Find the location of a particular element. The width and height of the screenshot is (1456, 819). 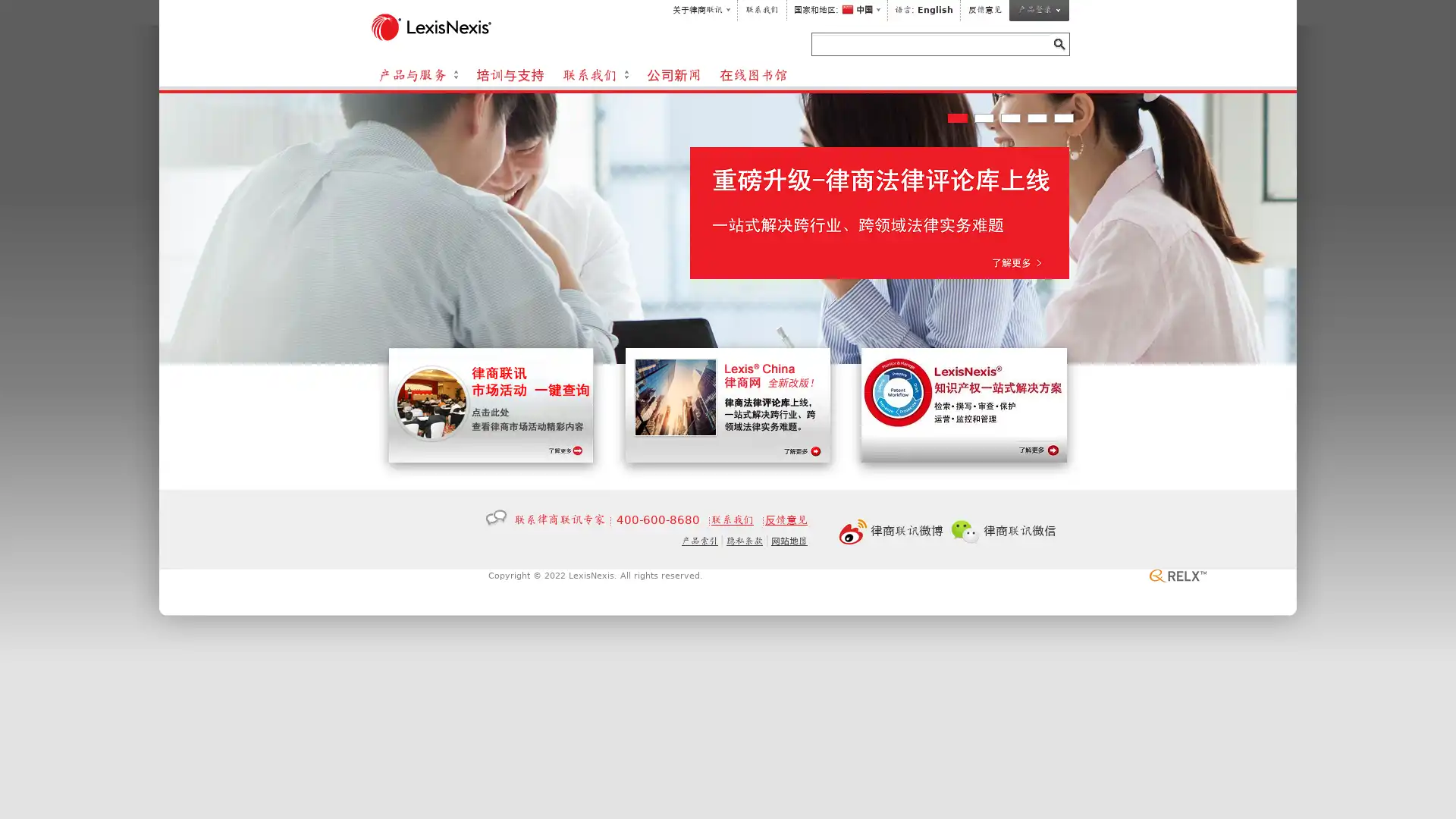

Search is located at coordinates (1058, 43).